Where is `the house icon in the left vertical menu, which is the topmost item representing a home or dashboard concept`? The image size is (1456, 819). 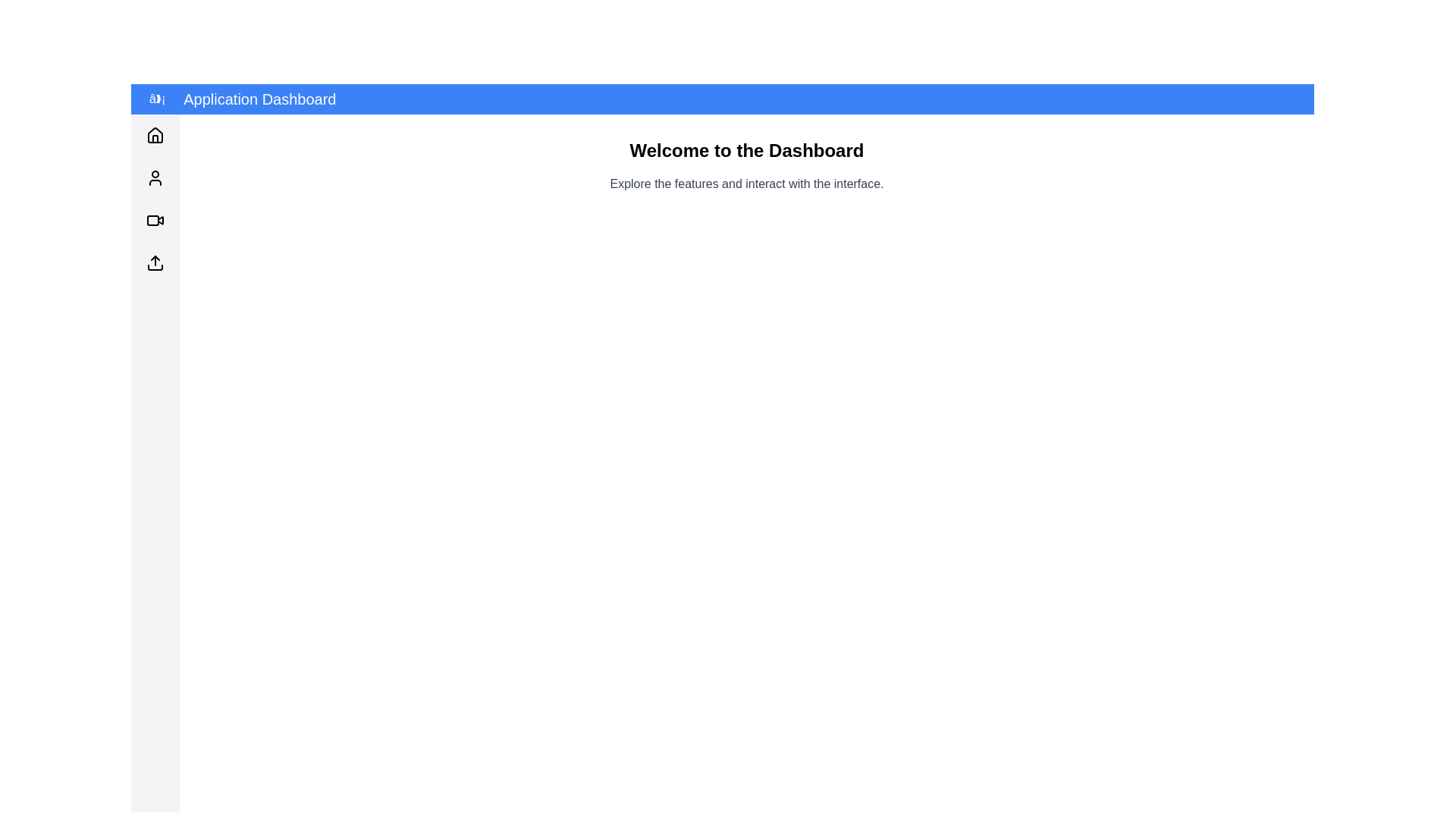 the house icon in the left vertical menu, which is the topmost item representing a home or dashboard concept is located at coordinates (155, 133).